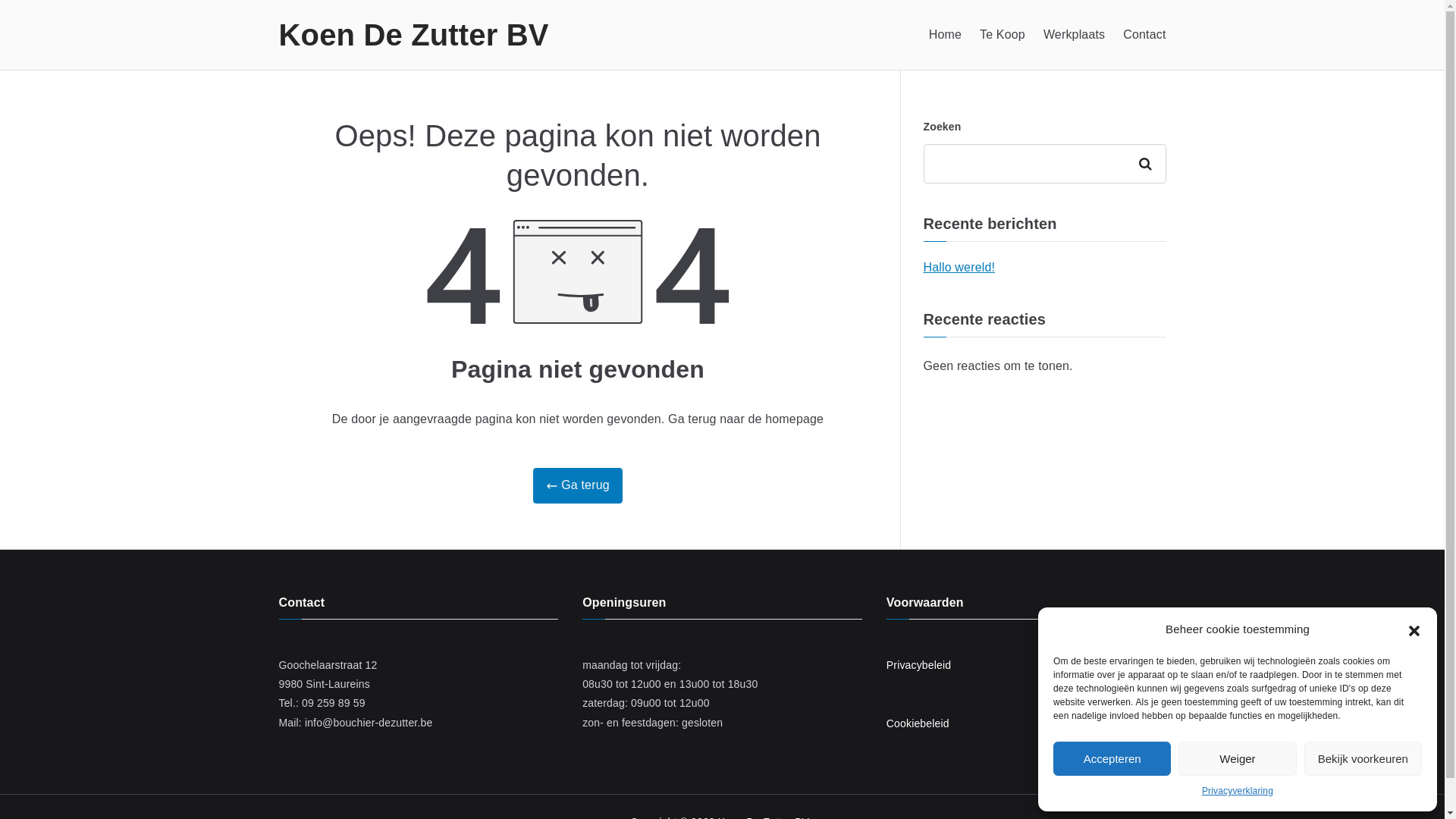 This screenshot has height=819, width=1456. Describe the element at coordinates (1112, 758) in the screenshot. I see `'Accepteren'` at that location.